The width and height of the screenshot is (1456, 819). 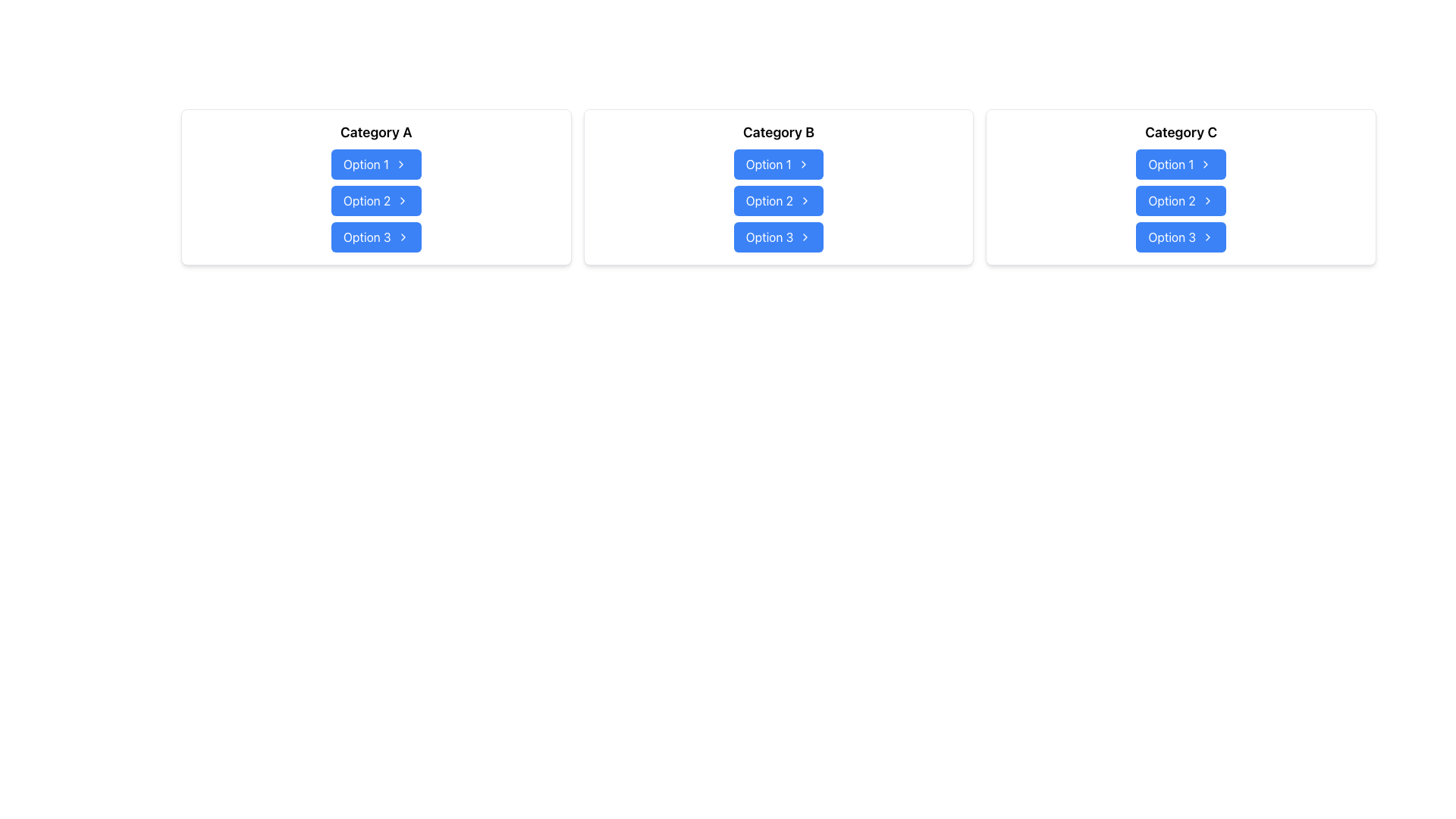 I want to click on the second button under 'Category A', so click(x=375, y=186).